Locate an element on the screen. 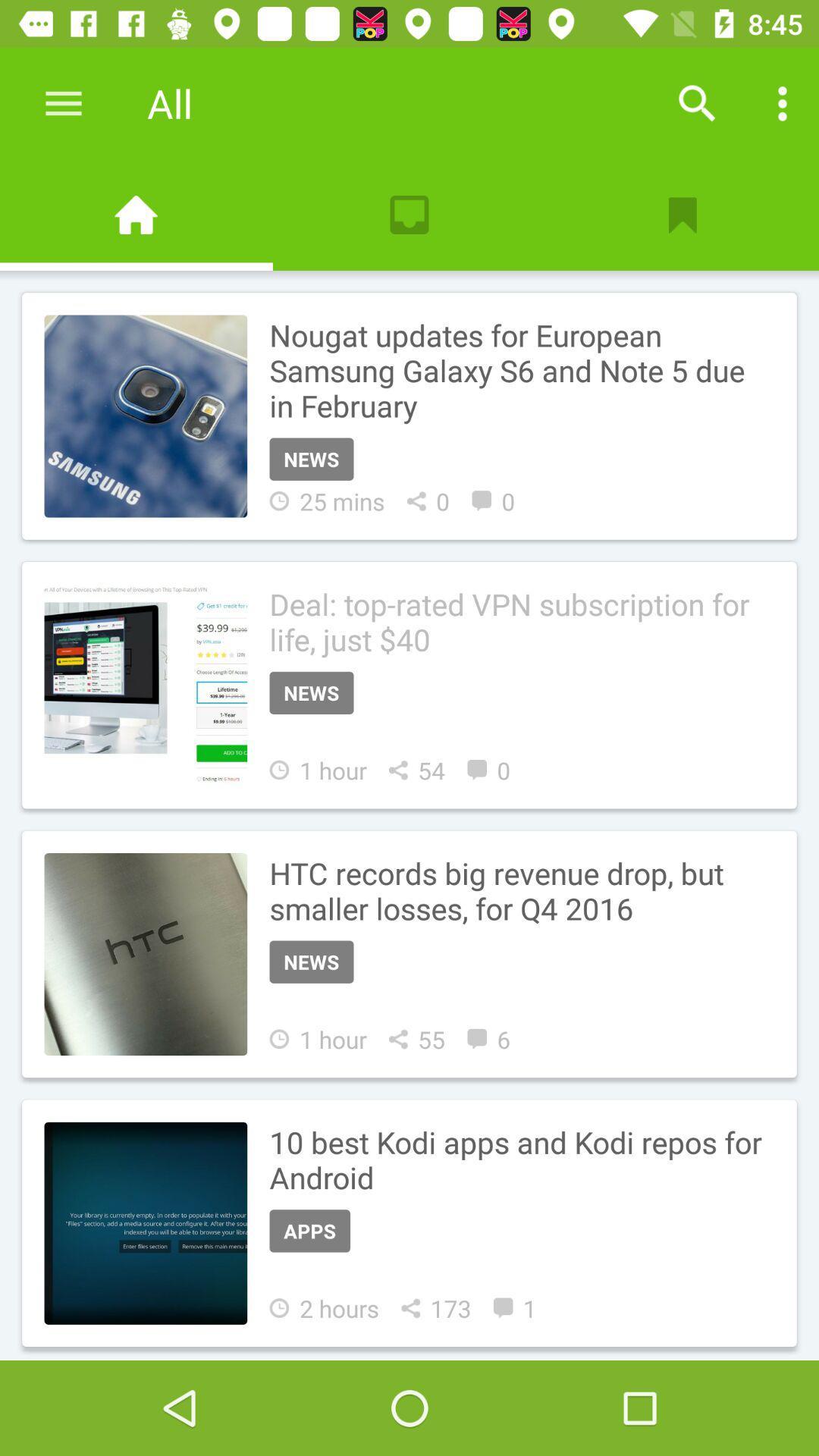 This screenshot has width=819, height=1456. search is located at coordinates (697, 102).